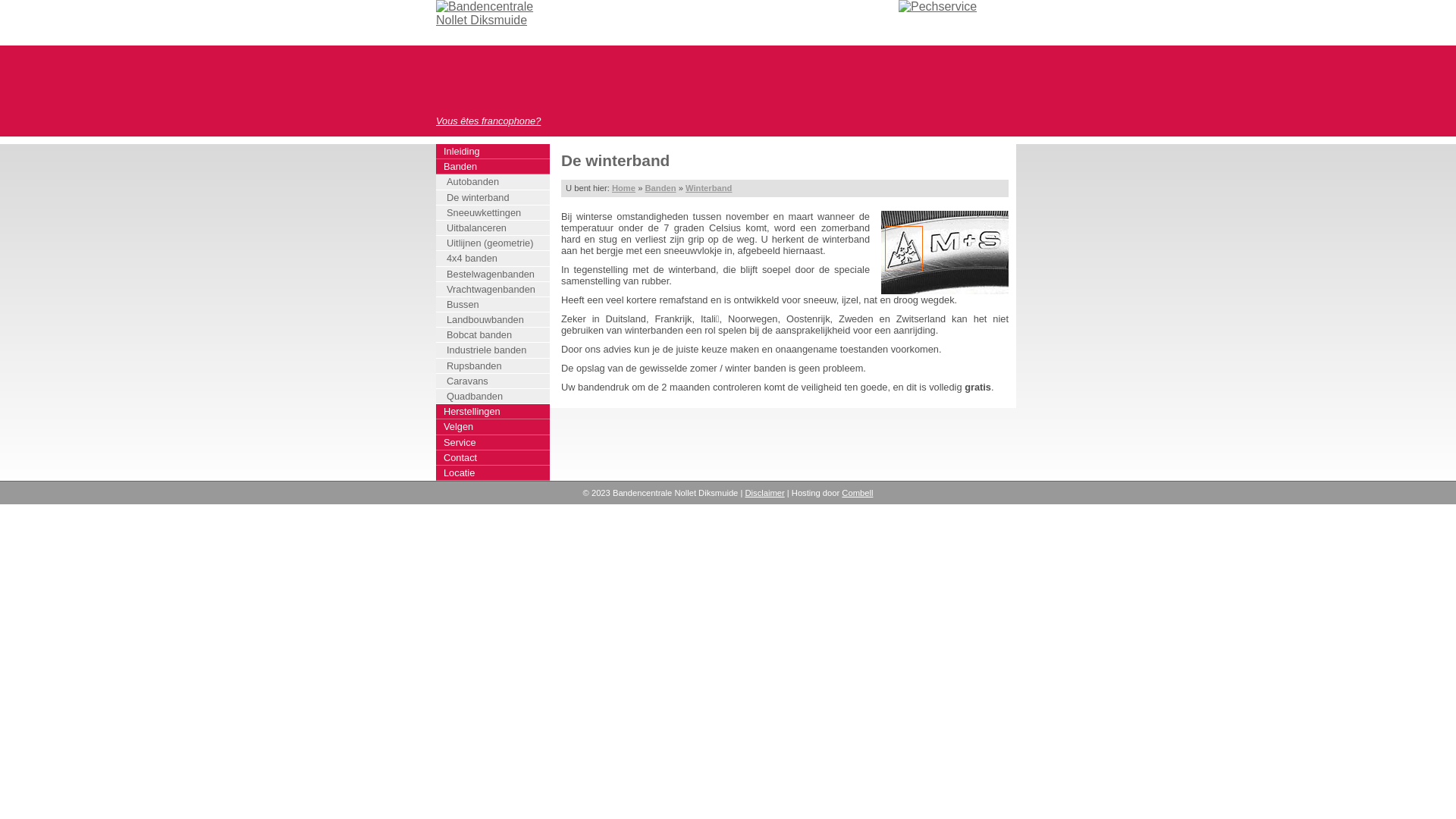 The image size is (1456, 819). What do you see at coordinates (492, 427) in the screenshot?
I see `'Velgen'` at bounding box center [492, 427].